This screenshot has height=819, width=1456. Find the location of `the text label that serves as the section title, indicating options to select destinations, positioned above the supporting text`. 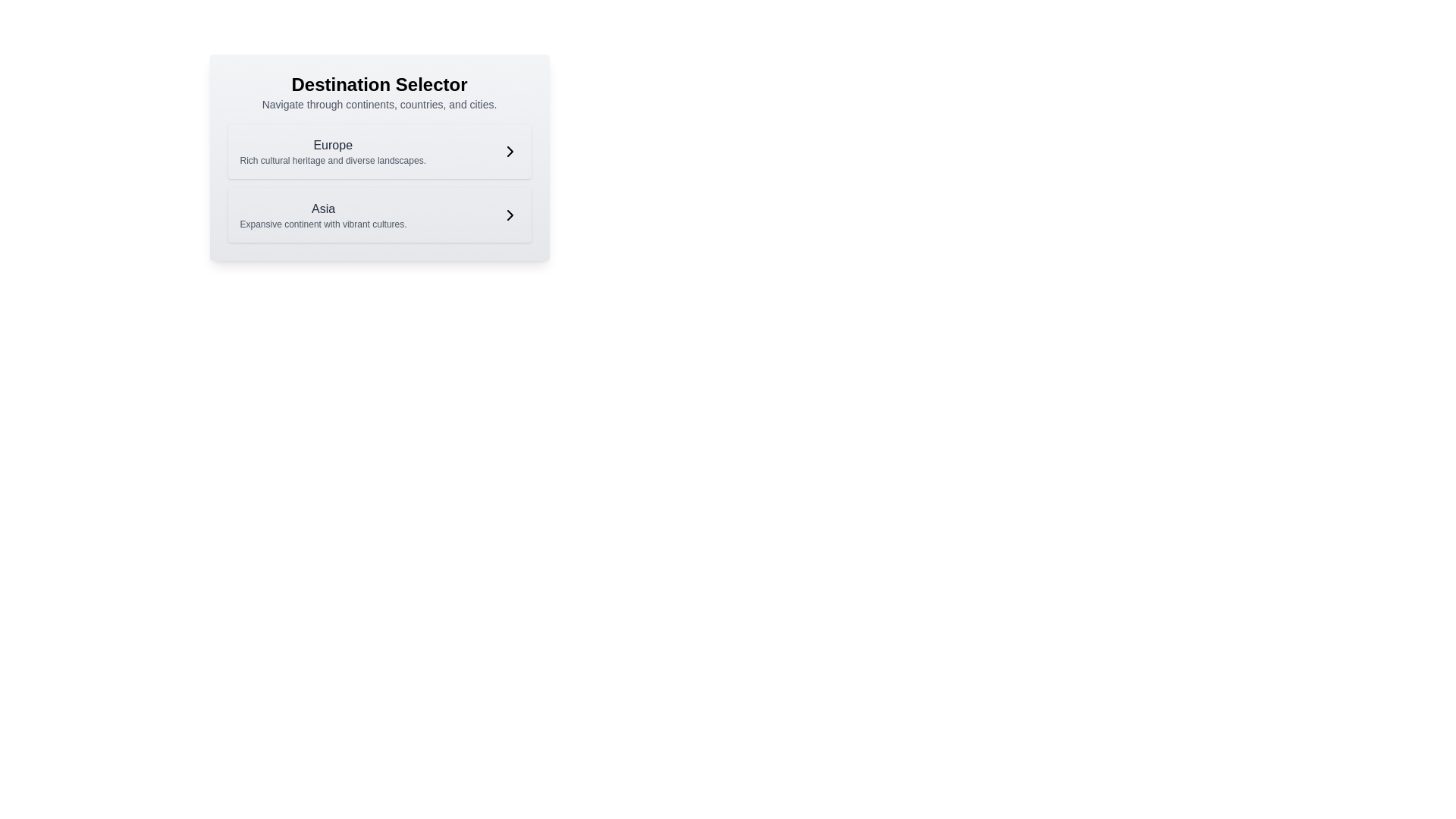

the text label that serves as the section title, indicating options to select destinations, positioned above the supporting text is located at coordinates (379, 84).